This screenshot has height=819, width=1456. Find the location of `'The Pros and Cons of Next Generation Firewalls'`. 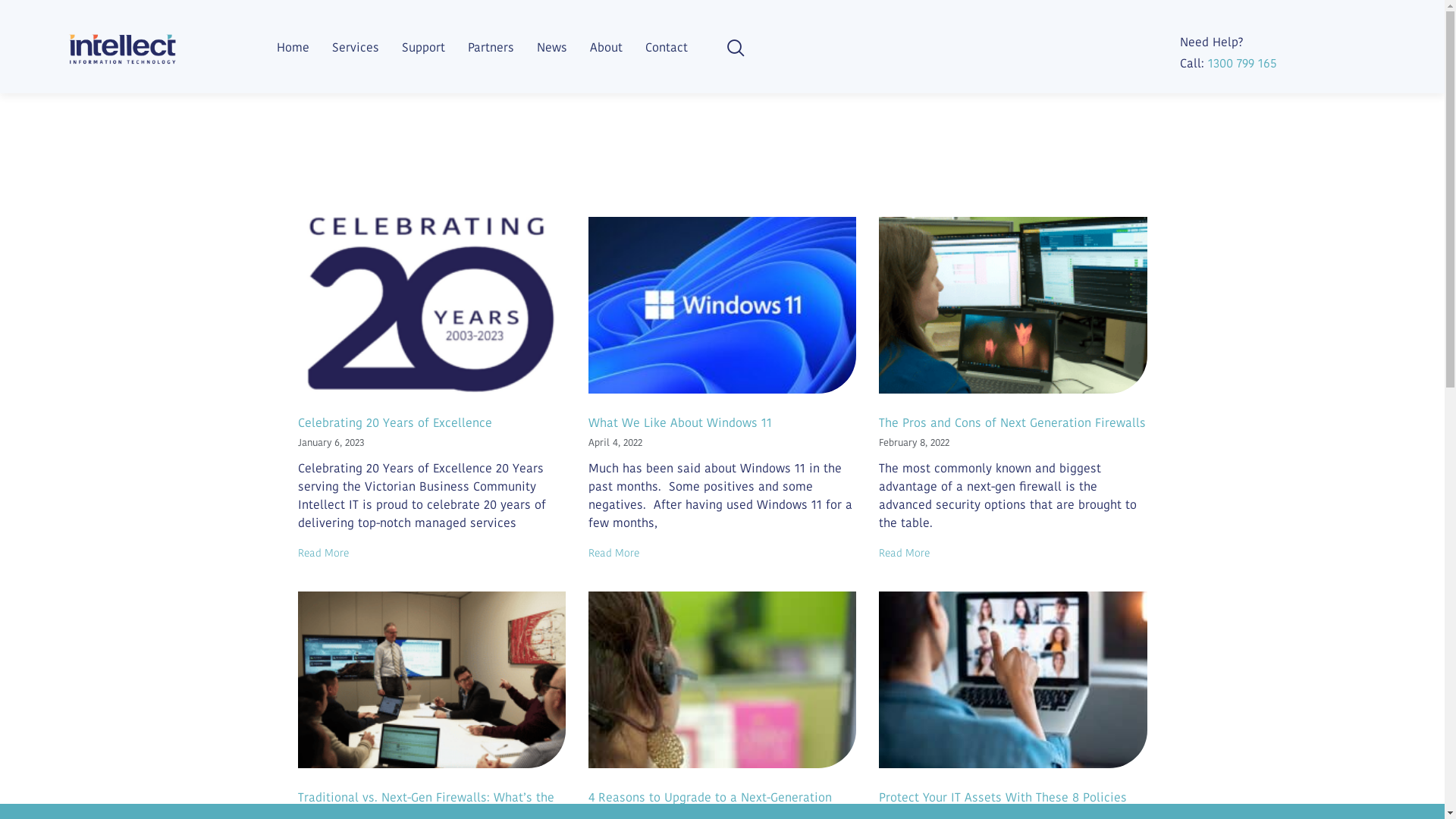

'The Pros and Cons of Next Generation Firewalls' is located at coordinates (1012, 422).